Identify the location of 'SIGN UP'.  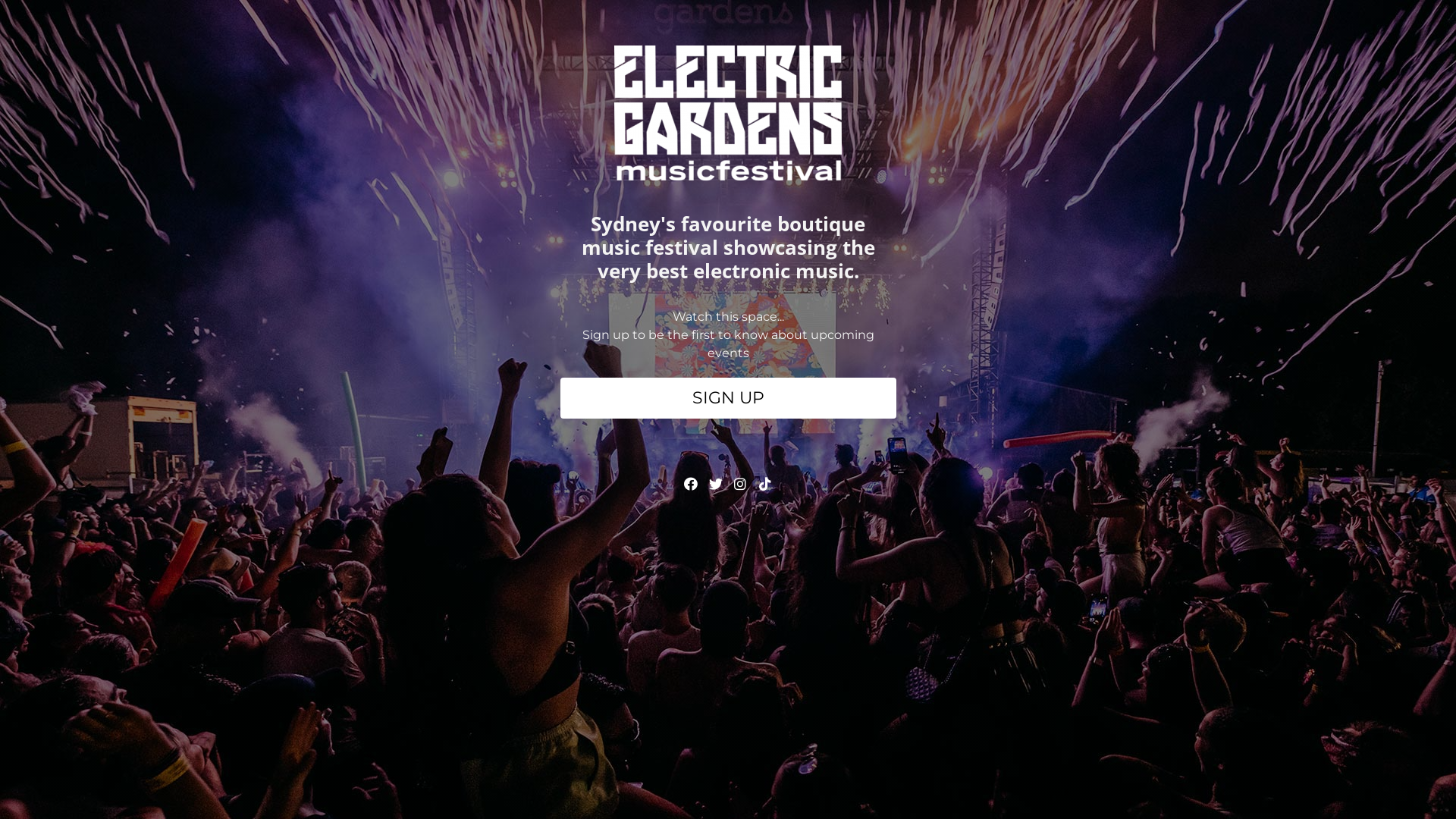
(726, 397).